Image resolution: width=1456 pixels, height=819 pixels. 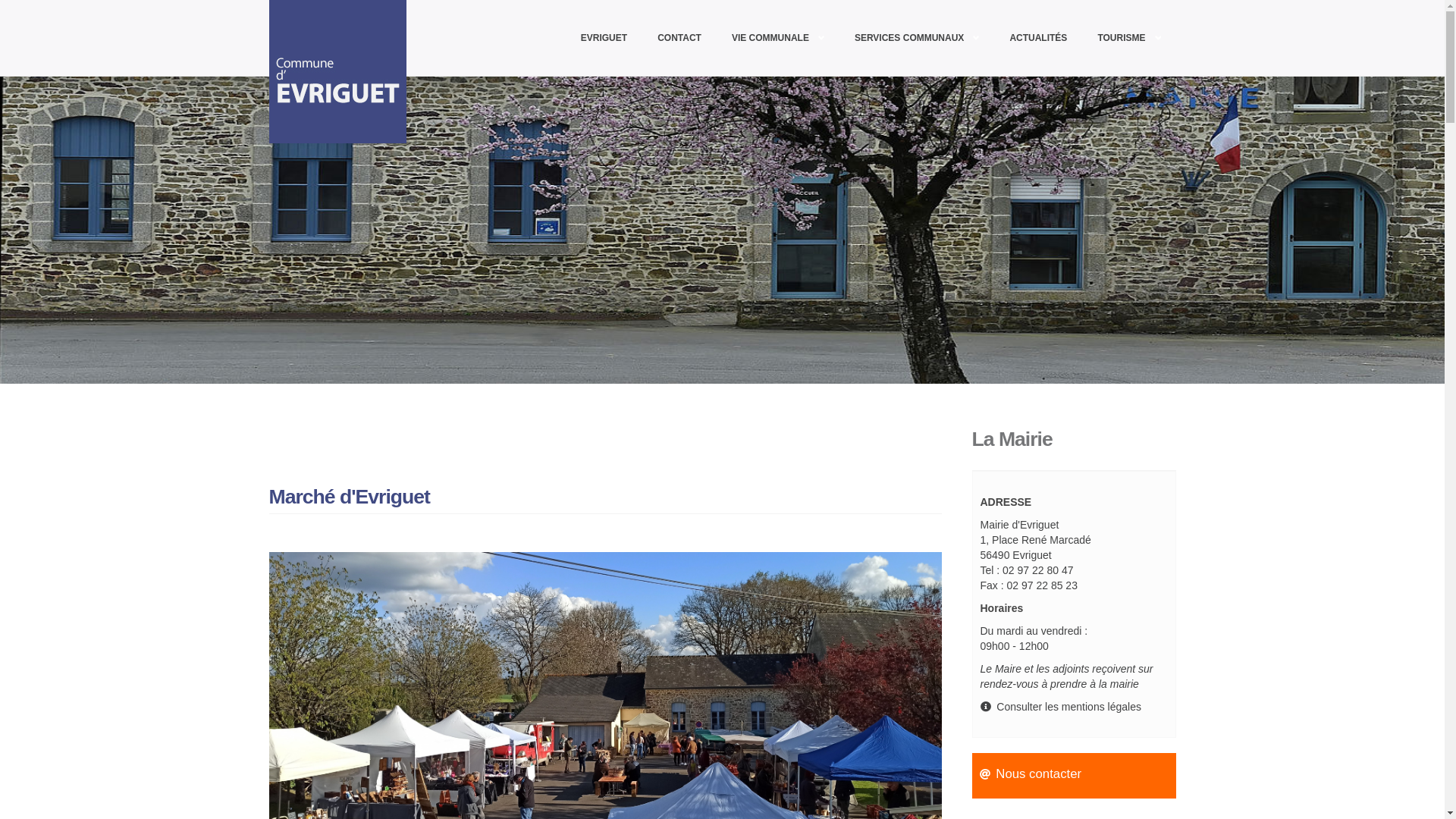 I want to click on 'Commune d'Evriguet', so click(x=345, y=71).